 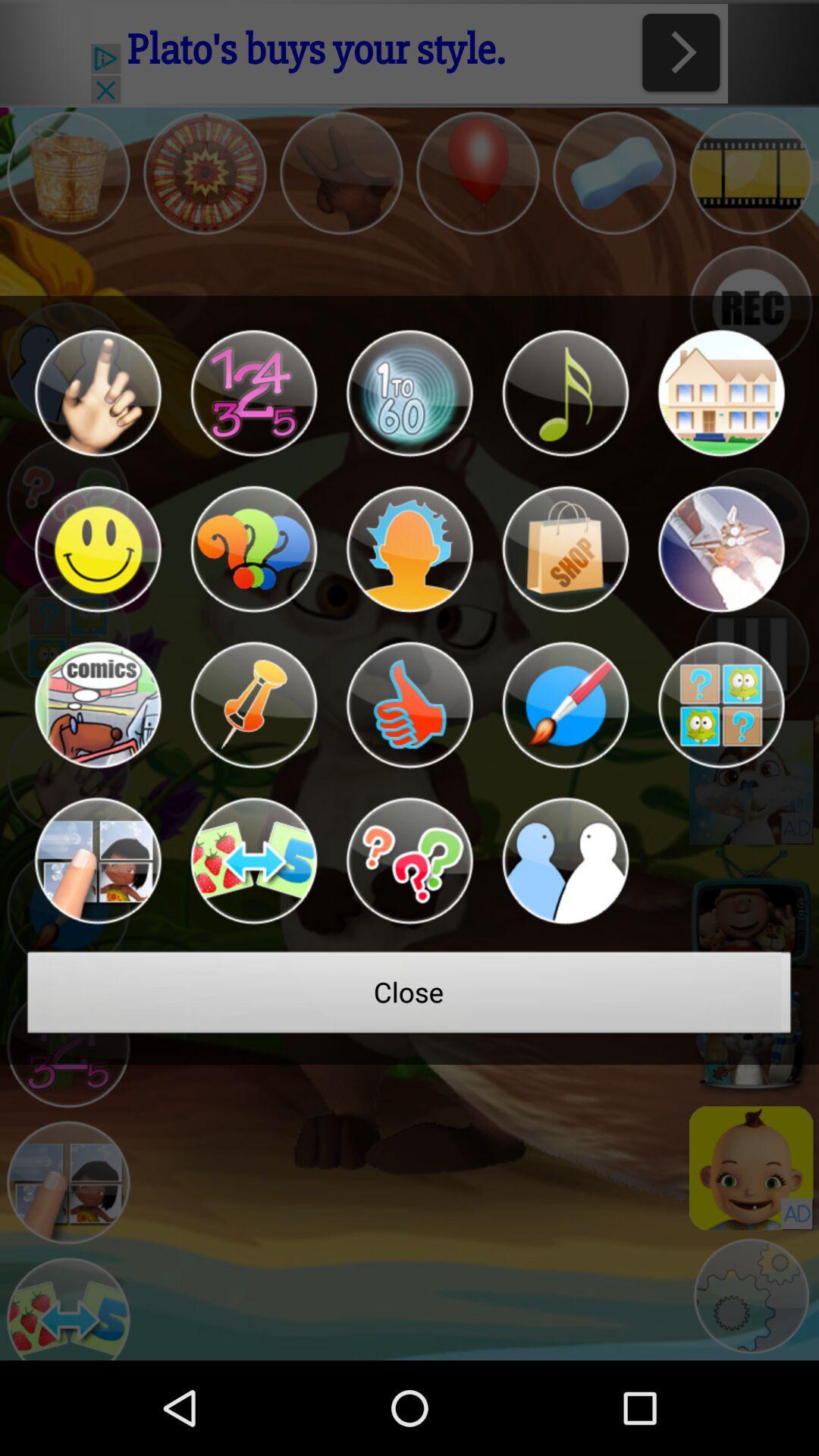 I want to click on the edit icon, so click(x=565, y=755).